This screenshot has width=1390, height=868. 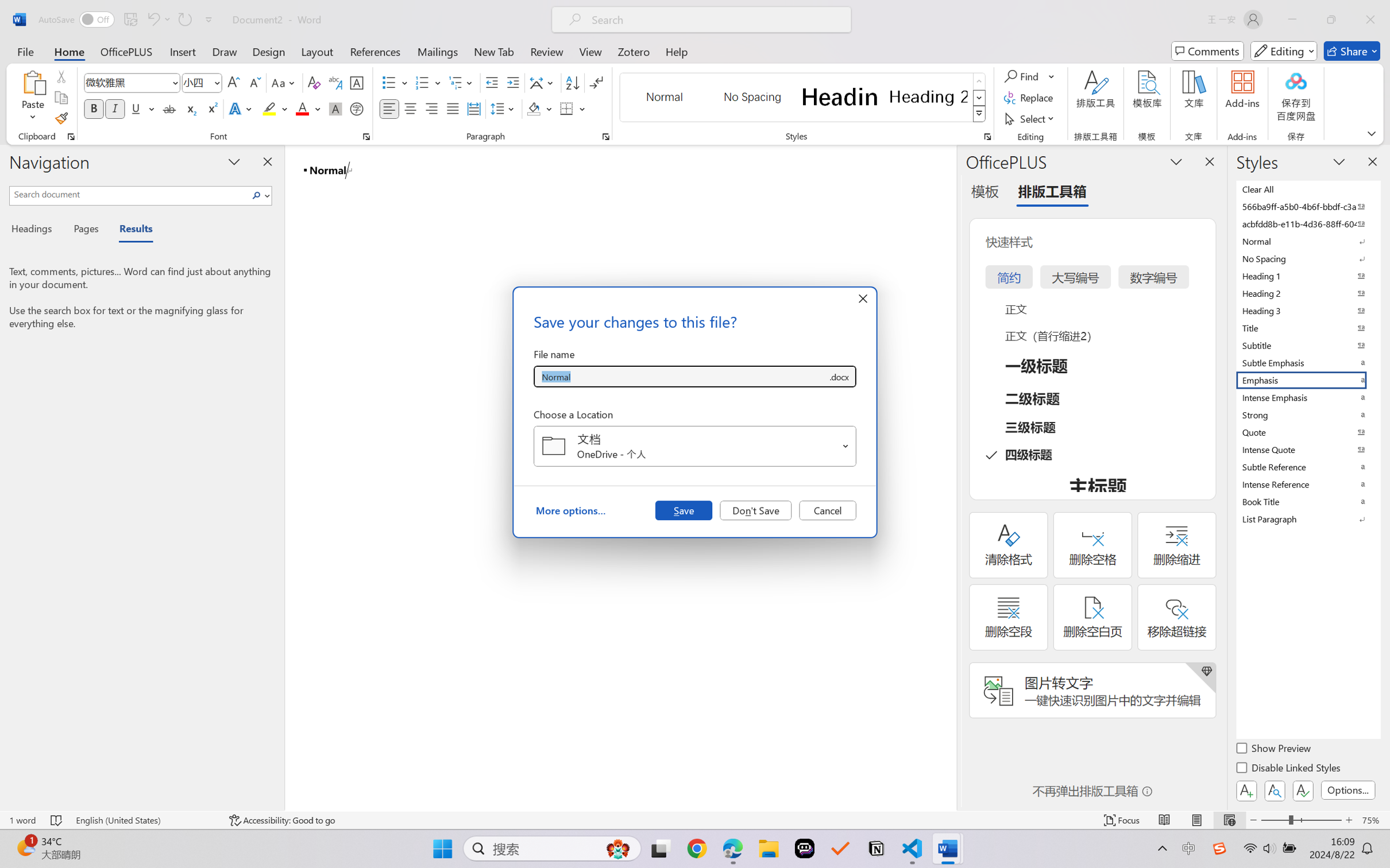 What do you see at coordinates (452, 108) in the screenshot?
I see `'Justify'` at bounding box center [452, 108].